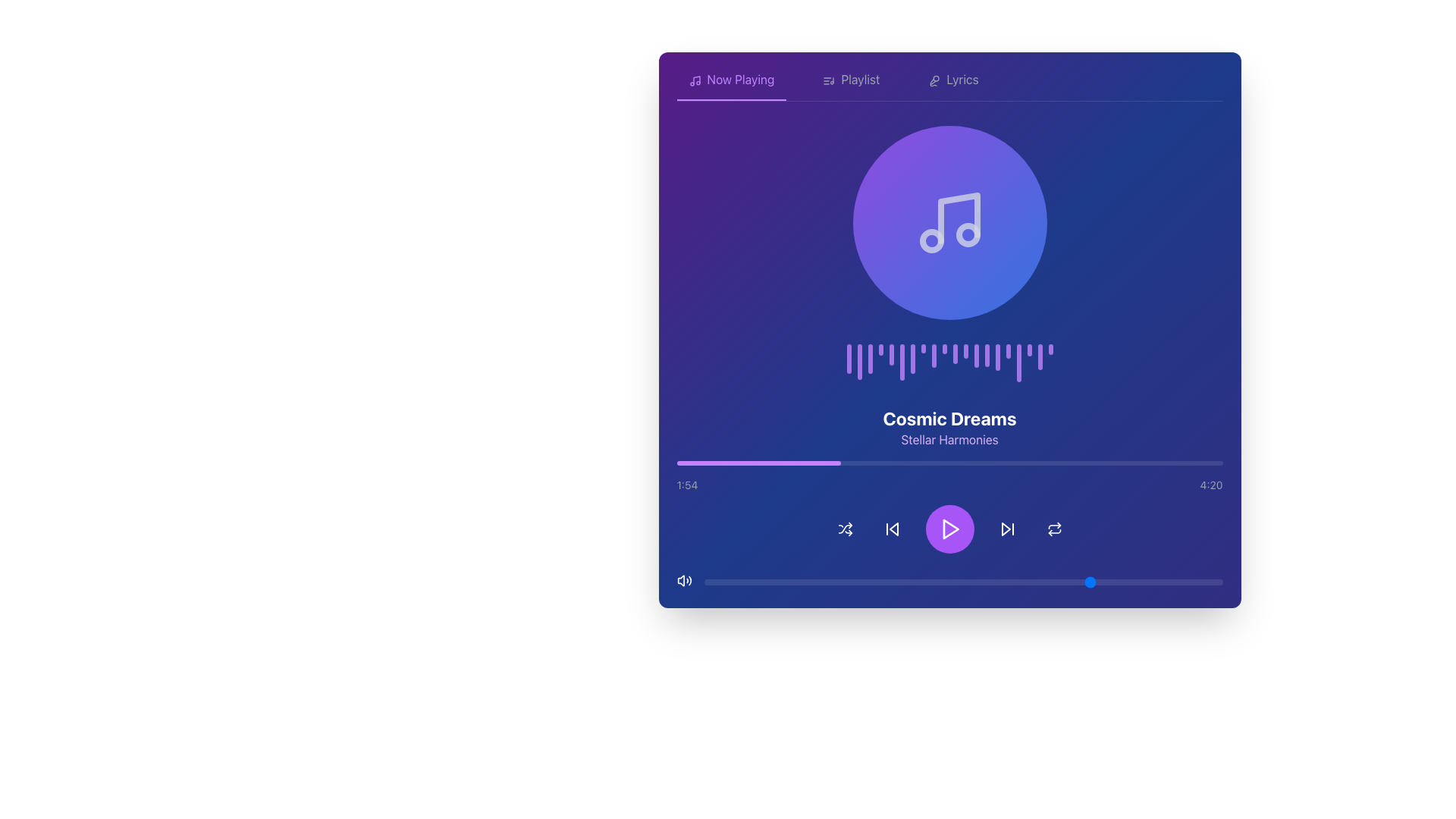 The width and height of the screenshot is (1456, 819). Describe the element at coordinates (1006, 529) in the screenshot. I see `the forward-skip arrow icon located to the immediate right of the play button in the media player controls to skip the track` at that location.